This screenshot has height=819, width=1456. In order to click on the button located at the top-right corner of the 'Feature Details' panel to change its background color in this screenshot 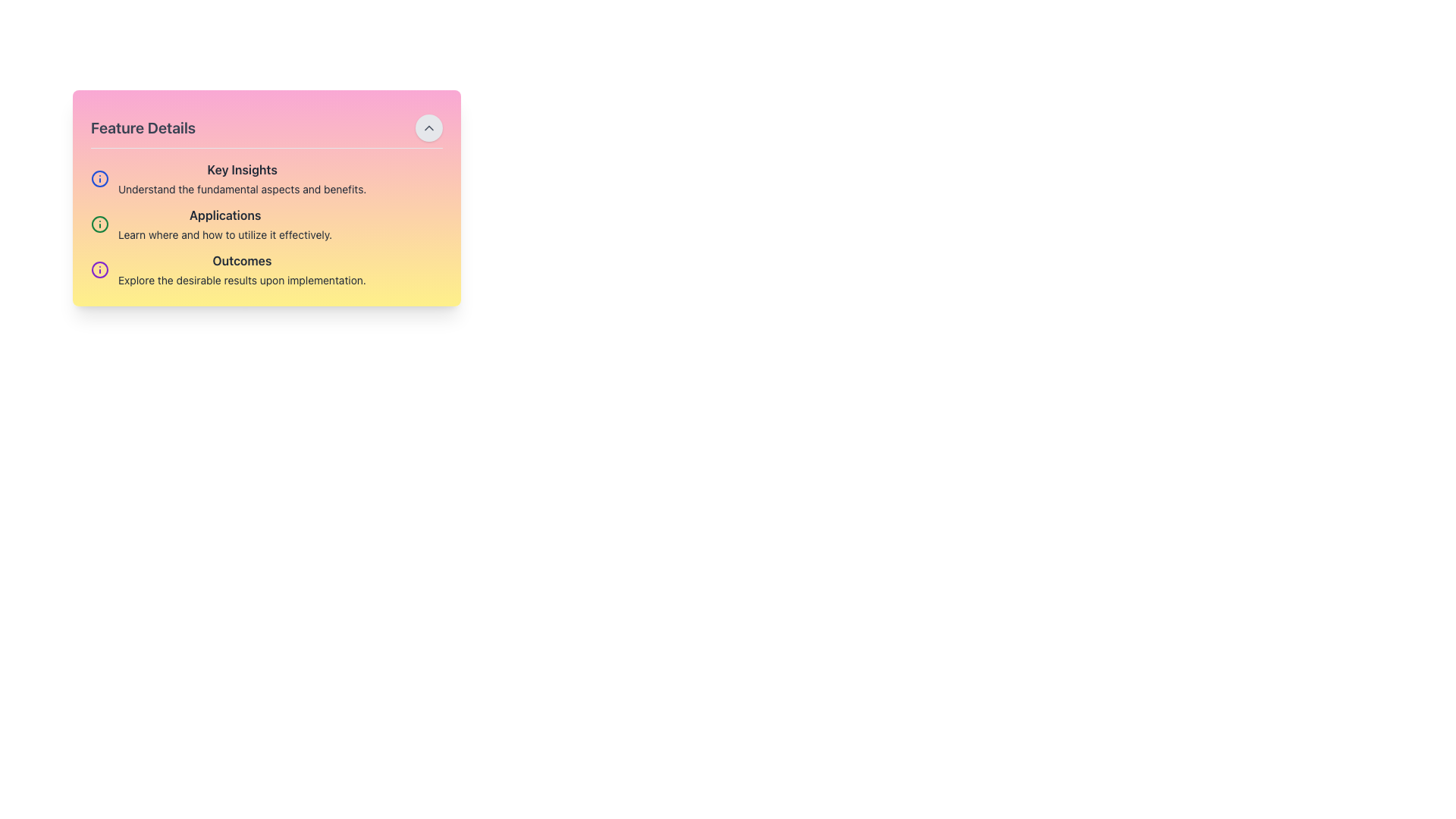, I will do `click(428, 127)`.